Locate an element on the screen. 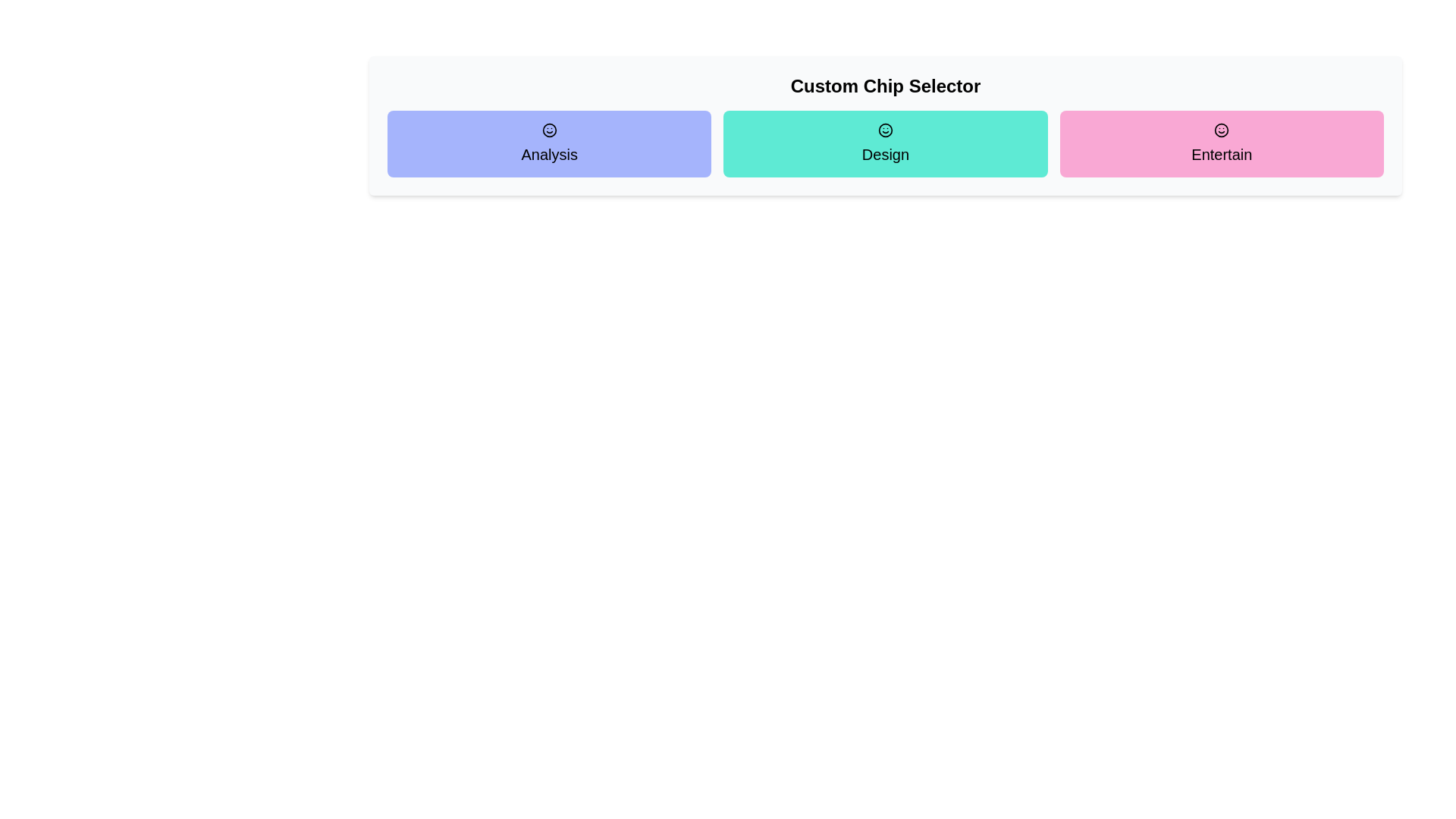  the chip labeled Analysis is located at coordinates (548, 143).